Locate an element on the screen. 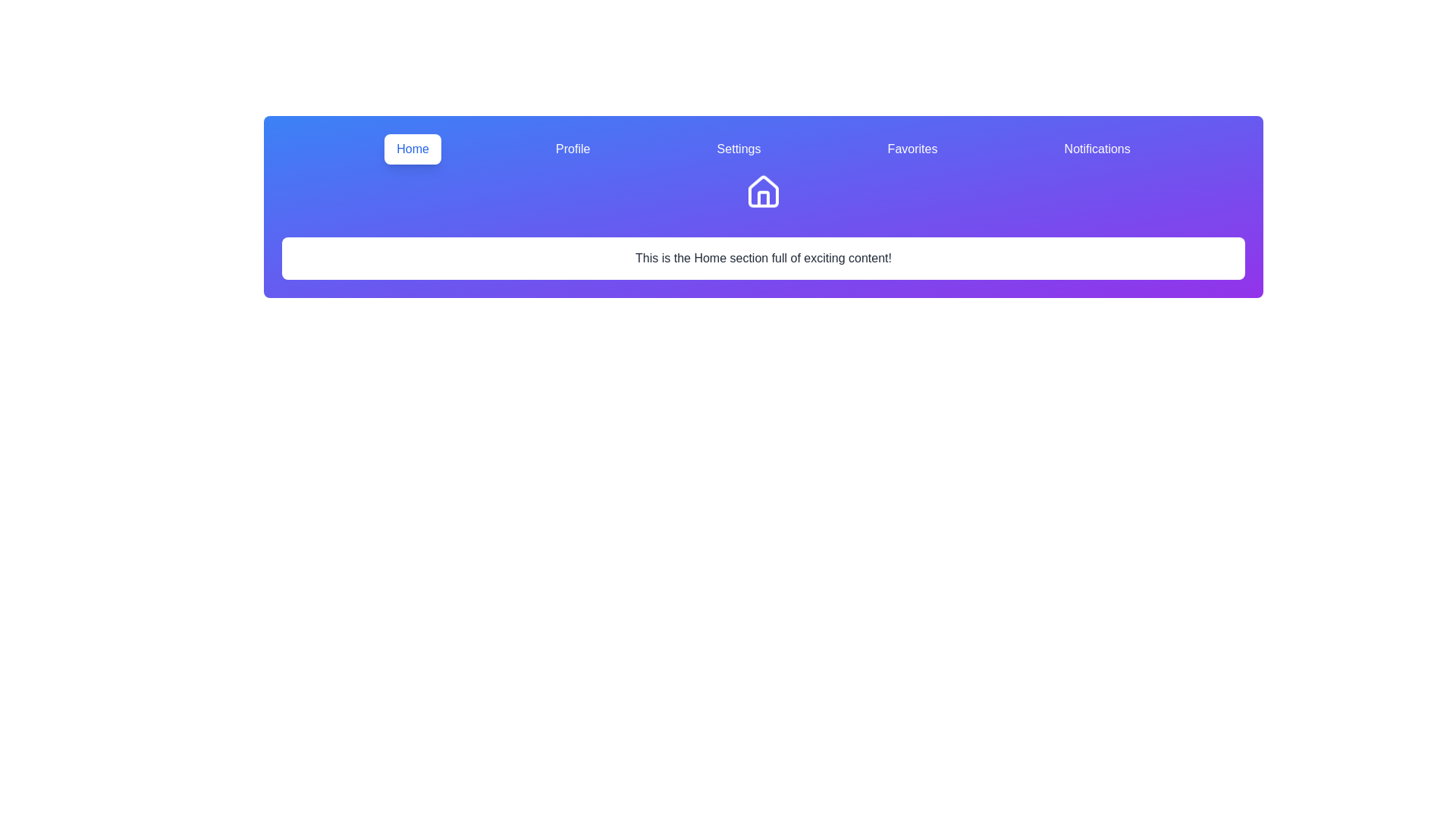 This screenshot has width=1456, height=819. the bounce animation of the house-shaped icon with white lines on a purple background, located in the navigation bar as the first element is located at coordinates (764, 195).